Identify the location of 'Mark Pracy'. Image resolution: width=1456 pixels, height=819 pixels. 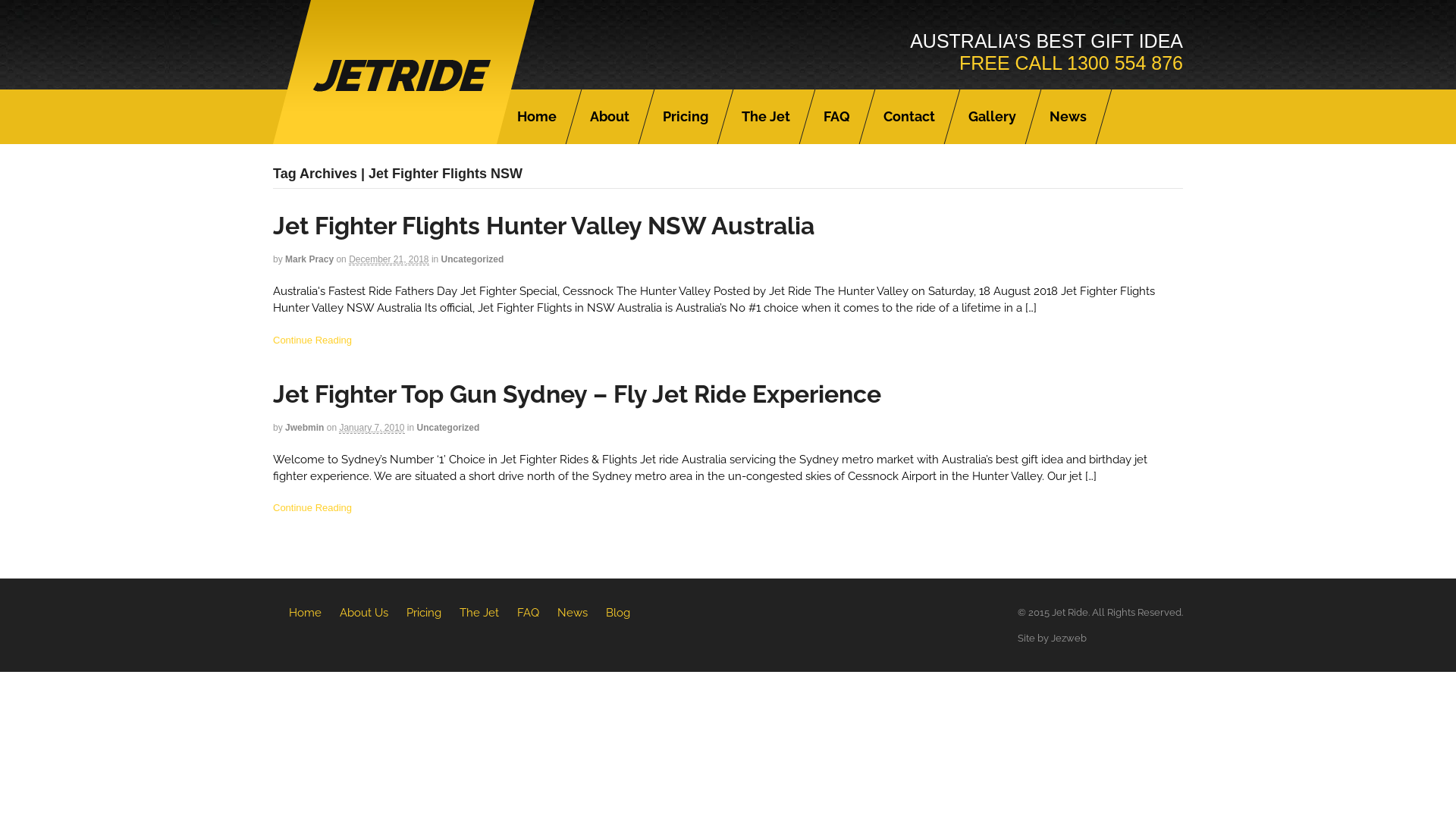
(309, 259).